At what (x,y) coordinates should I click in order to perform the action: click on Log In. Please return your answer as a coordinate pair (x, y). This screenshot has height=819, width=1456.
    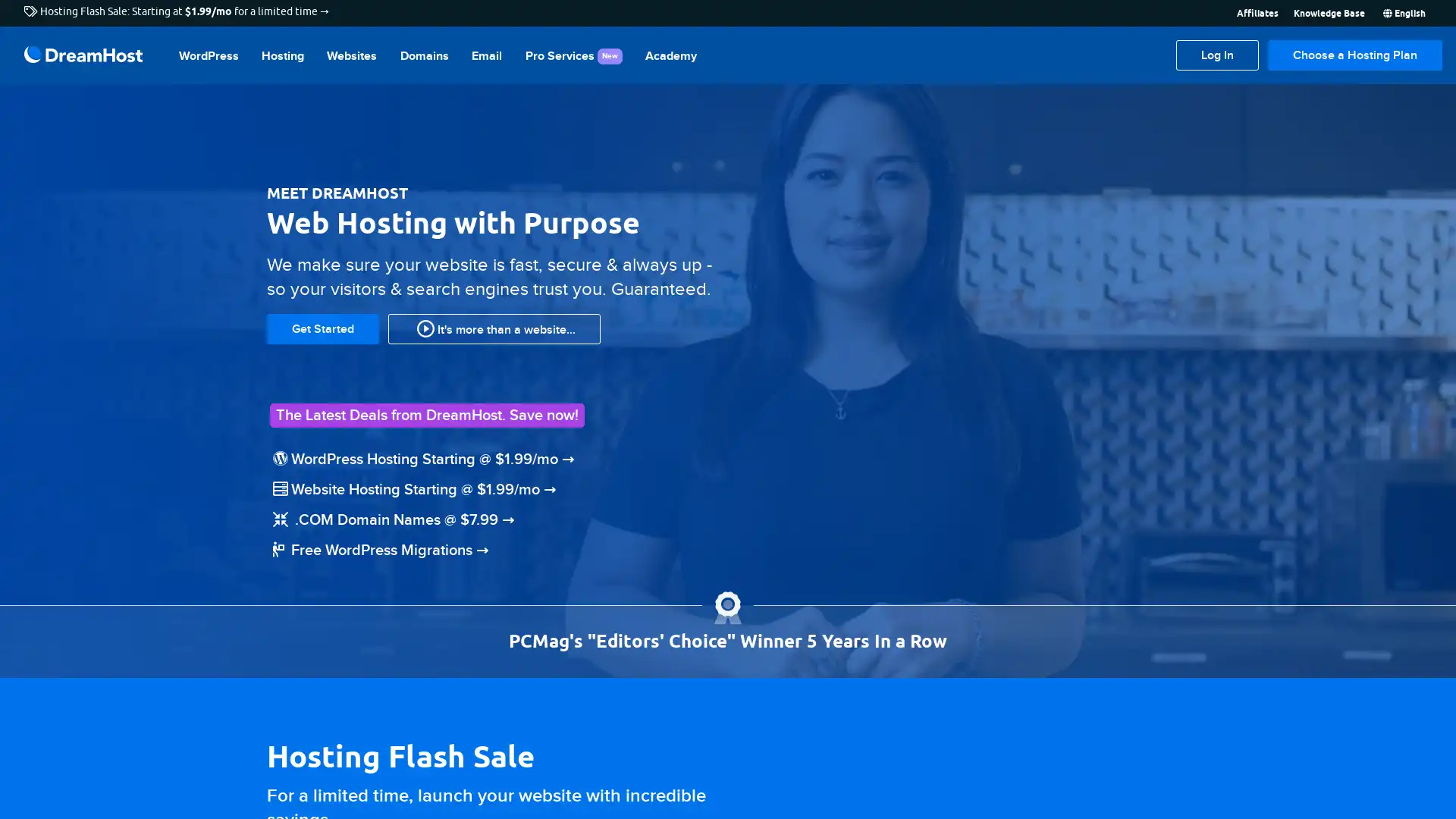
    Looking at the image, I should click on (1217, 55).